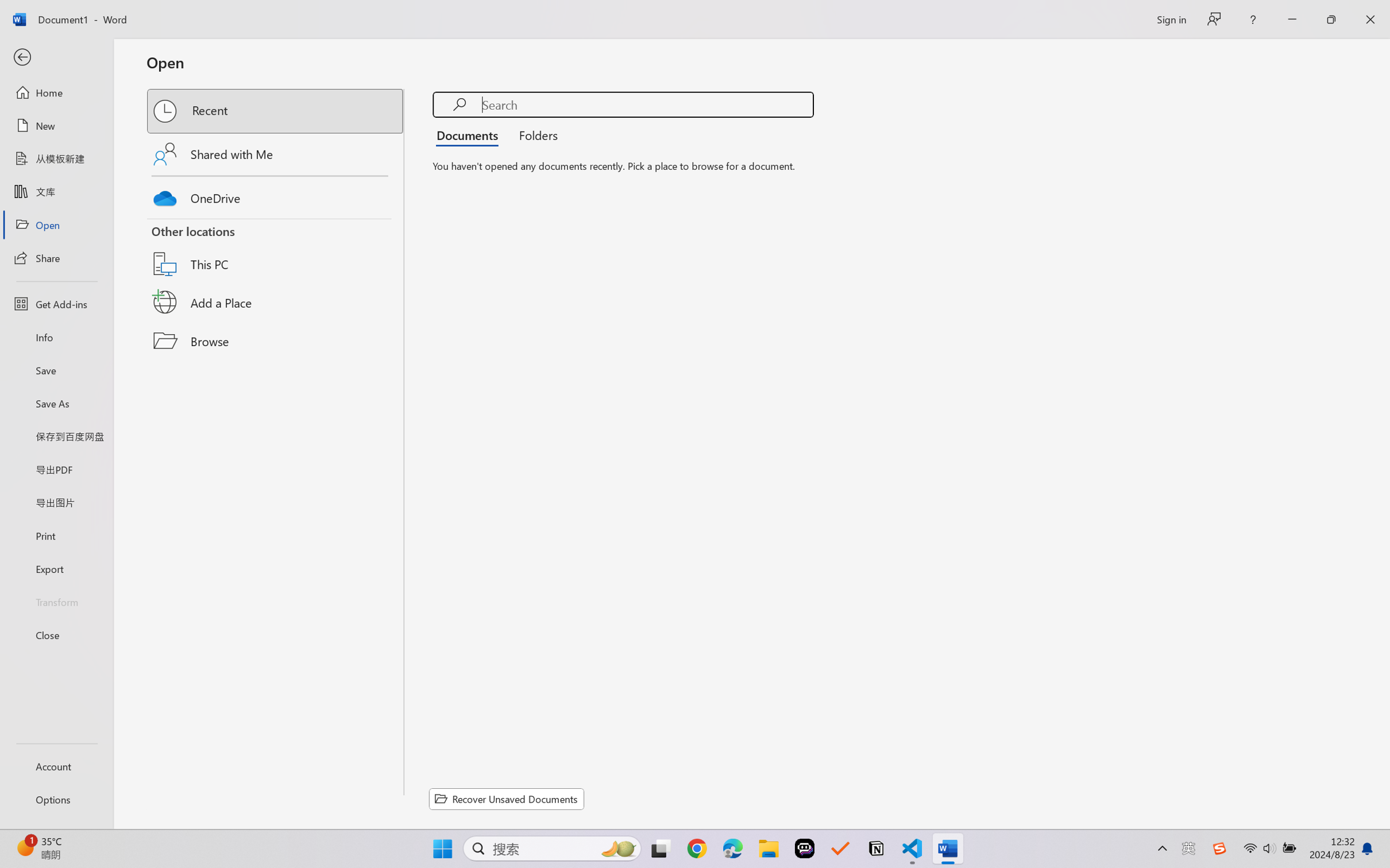  I want to click on 'This PC', so click(276, 250).